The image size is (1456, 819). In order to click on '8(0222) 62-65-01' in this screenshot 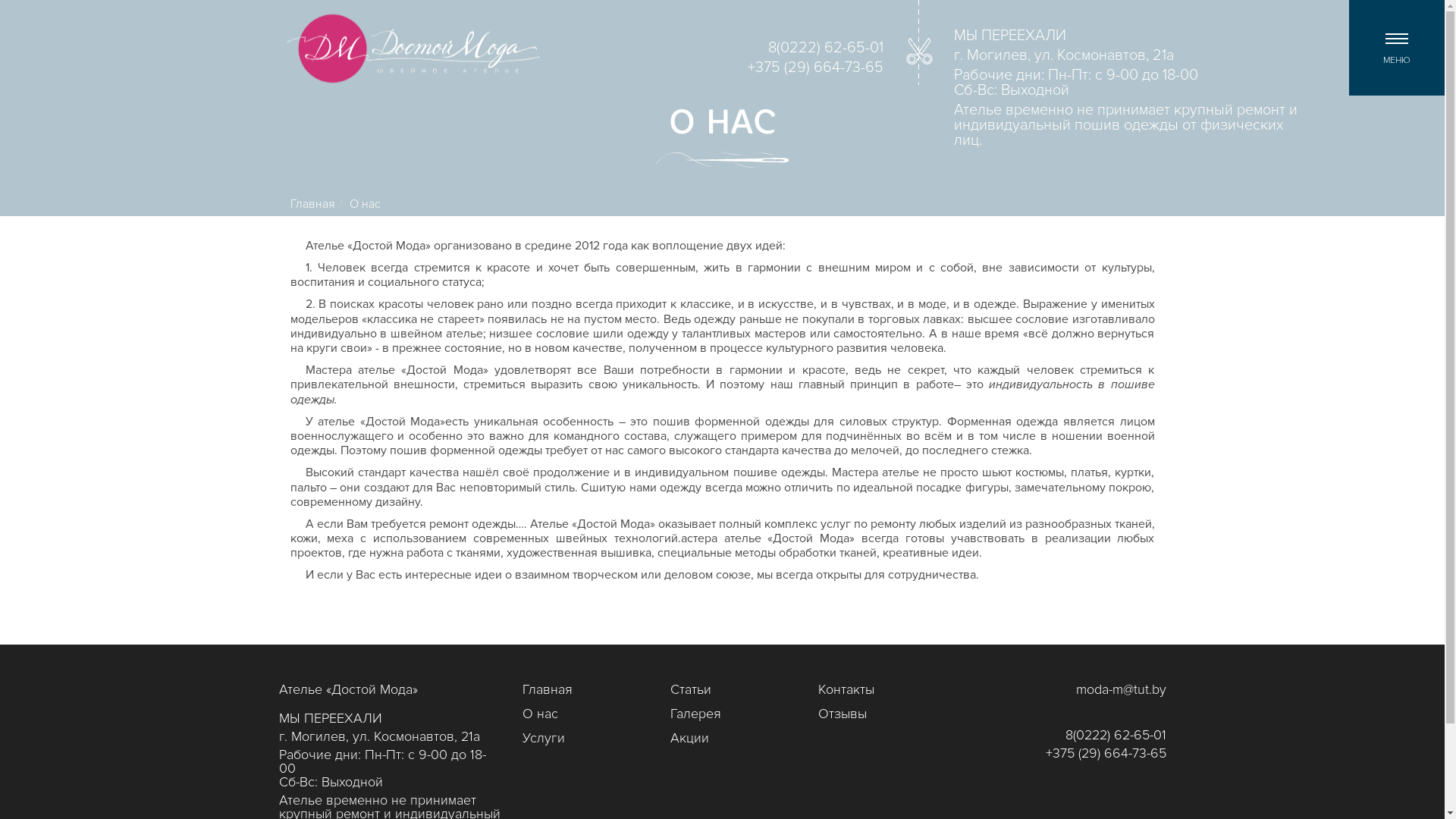, I will do `click(1115, 735)`.